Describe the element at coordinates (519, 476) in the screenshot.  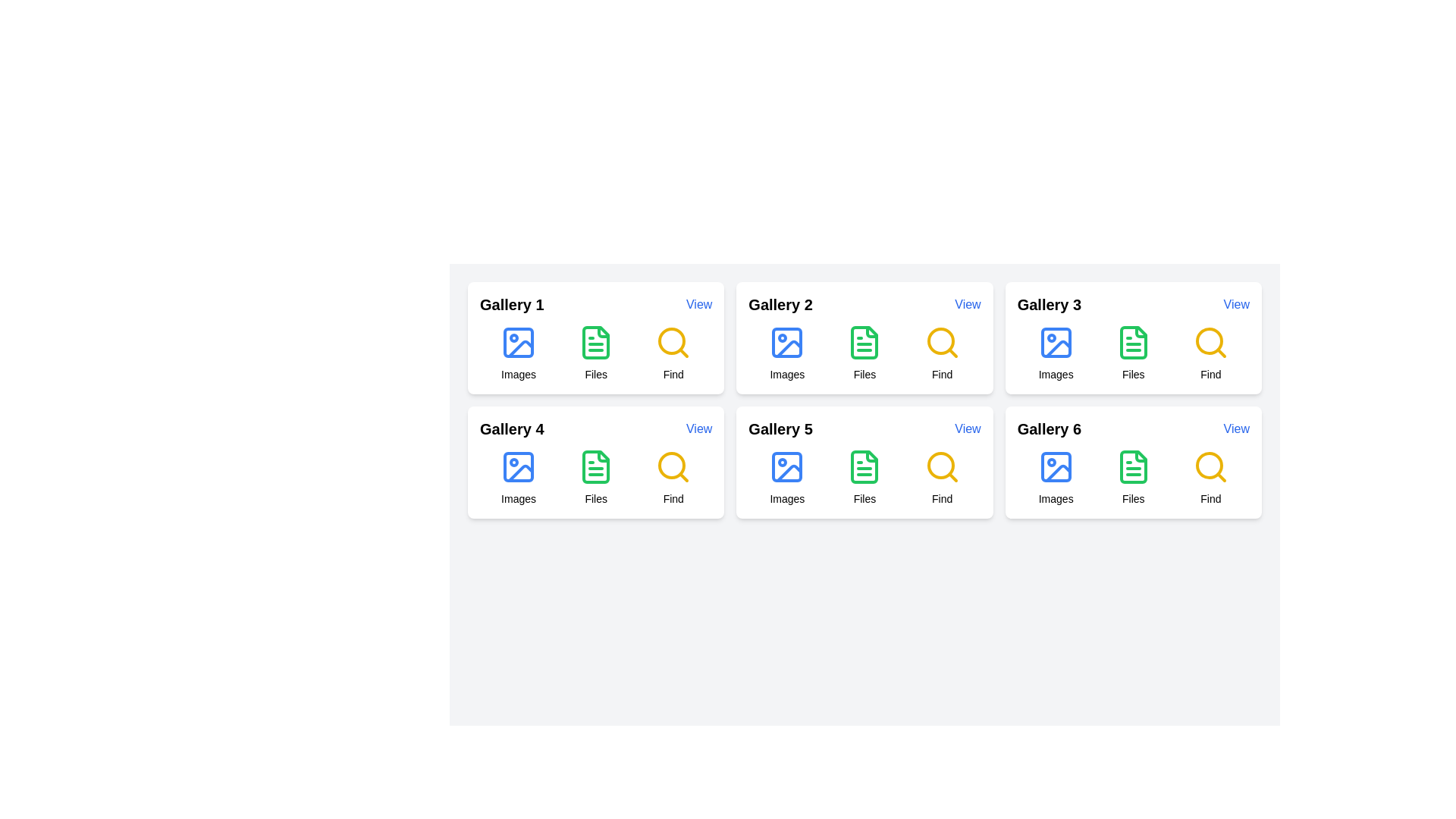
I see `the composite element representing image browsing functionalities located in the second row of the grid under 'Gallery 4'` at that location.